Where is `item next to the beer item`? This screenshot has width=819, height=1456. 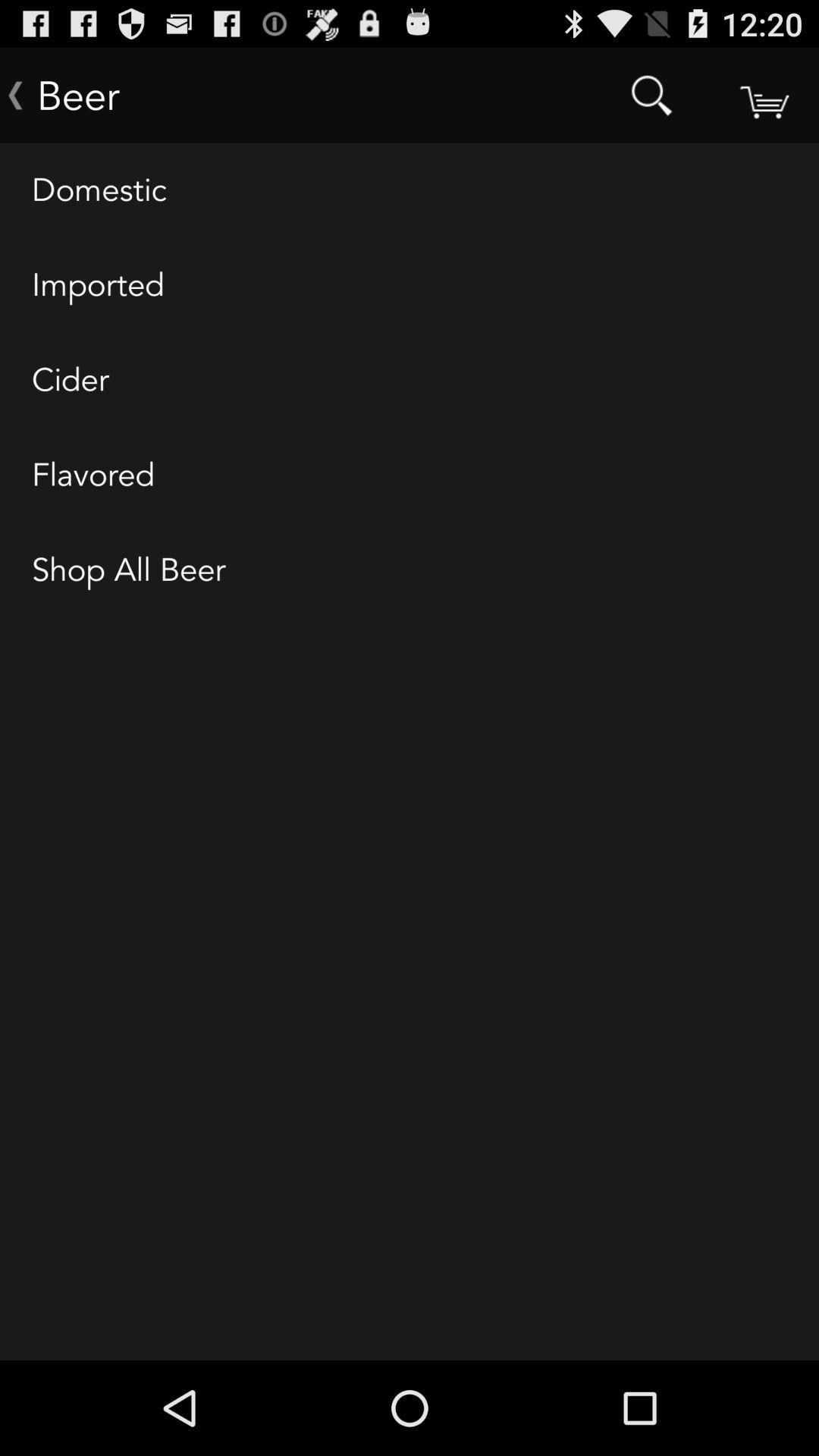 item next to the beer item is located at coordinates (651, 94).